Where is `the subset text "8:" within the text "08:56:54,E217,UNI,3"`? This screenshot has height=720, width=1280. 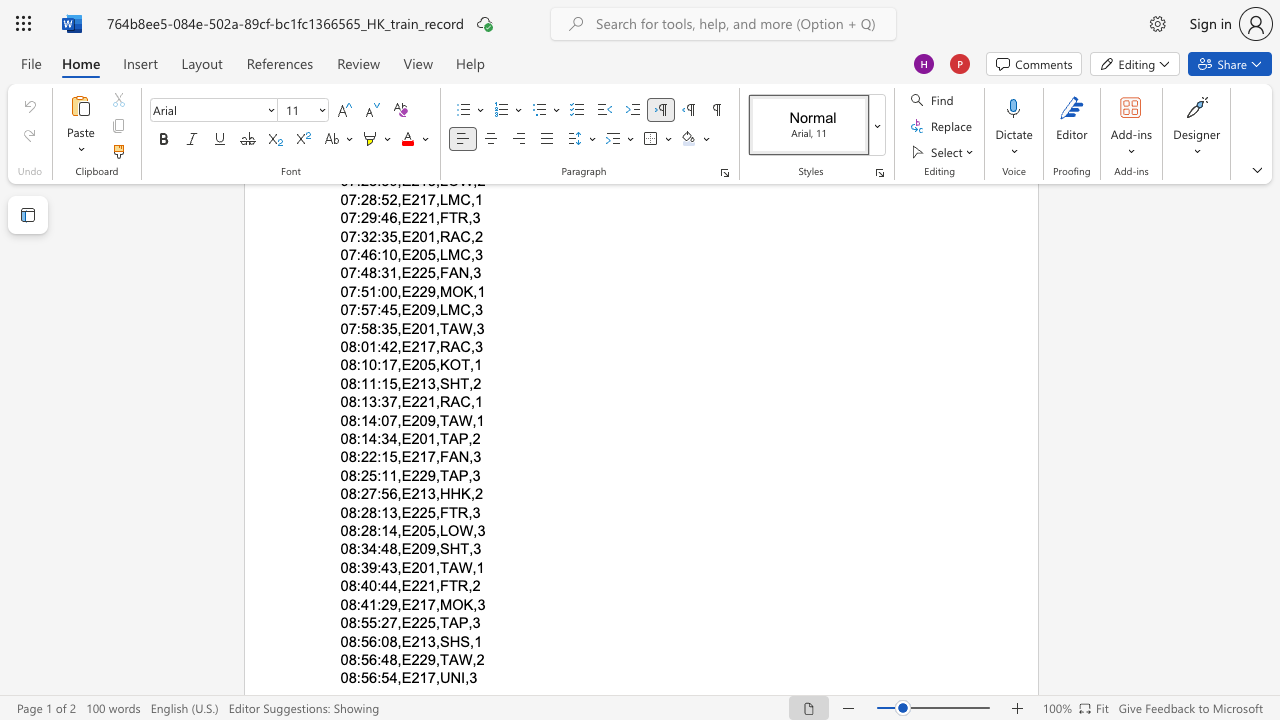
the subset text "8:" within the text "08:56:54,E217,UNI,3" is located at coordinates (348, 677).